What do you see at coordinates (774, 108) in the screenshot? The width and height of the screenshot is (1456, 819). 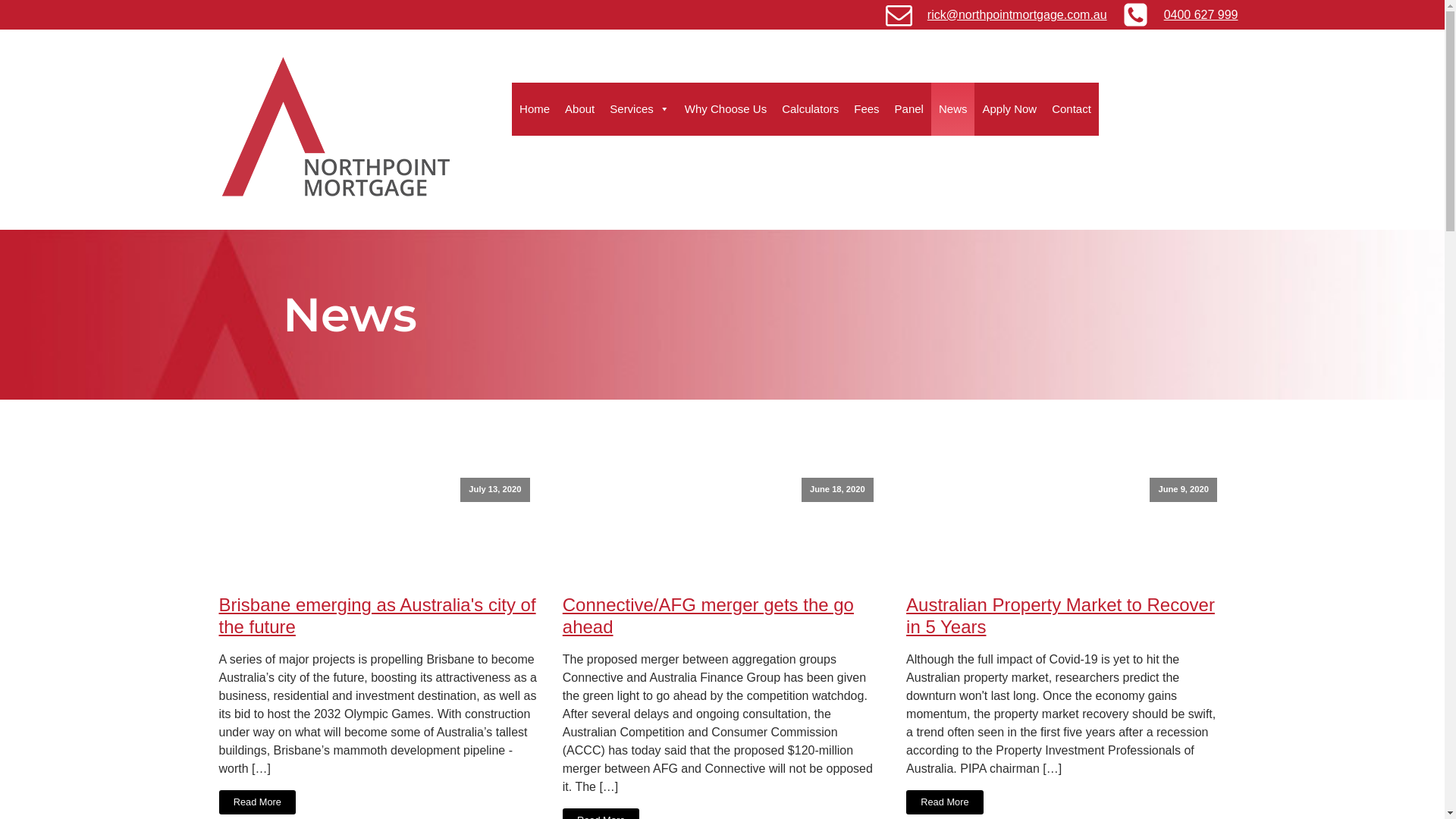 I see `'Calculators'` at bounding box center [774, 108].